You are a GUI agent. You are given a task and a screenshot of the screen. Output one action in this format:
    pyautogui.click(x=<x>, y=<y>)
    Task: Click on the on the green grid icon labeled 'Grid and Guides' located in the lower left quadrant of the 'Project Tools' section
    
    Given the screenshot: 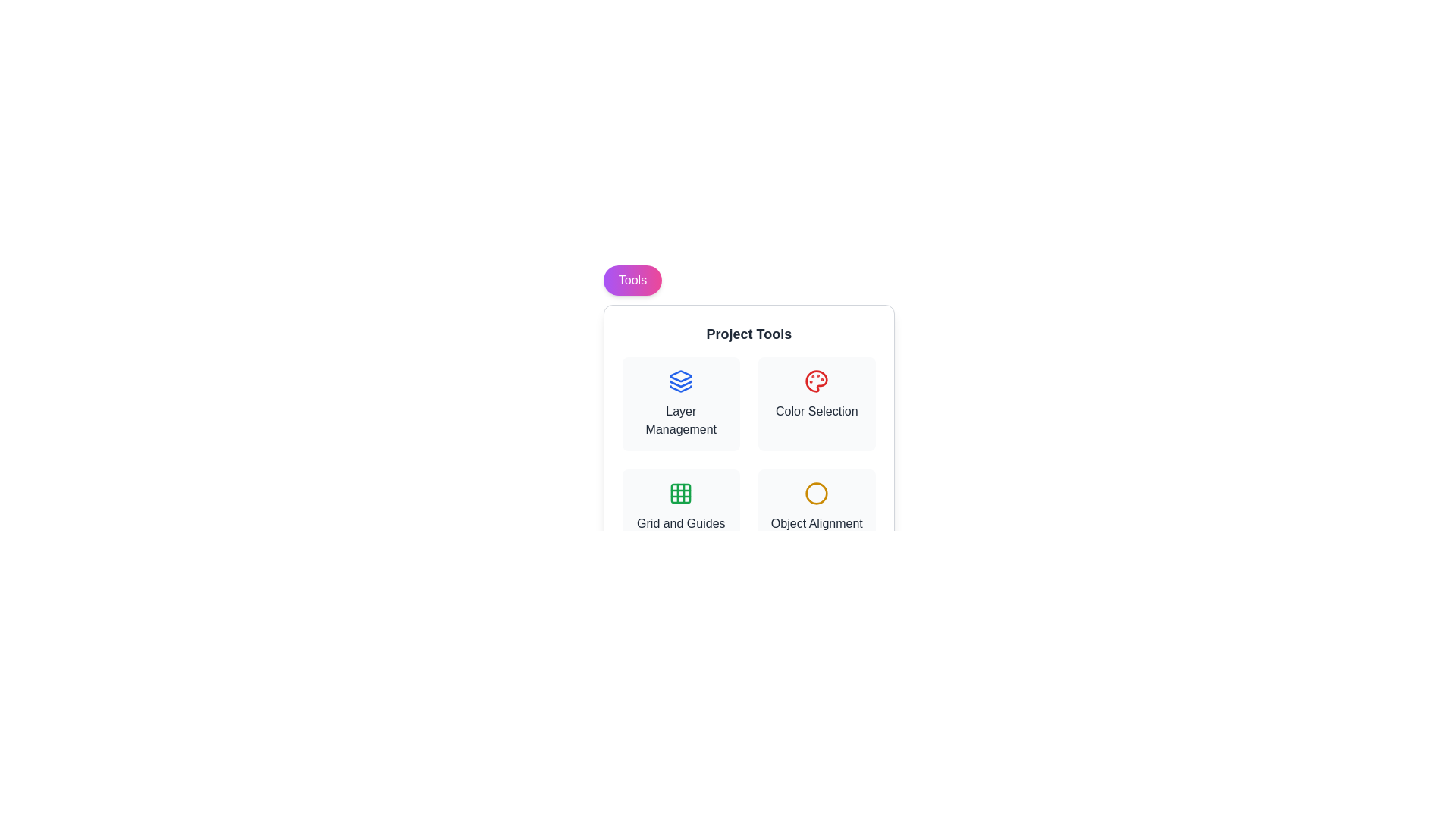 What is the action you would take?
    pyautogui.click(x=680, y=494)
    